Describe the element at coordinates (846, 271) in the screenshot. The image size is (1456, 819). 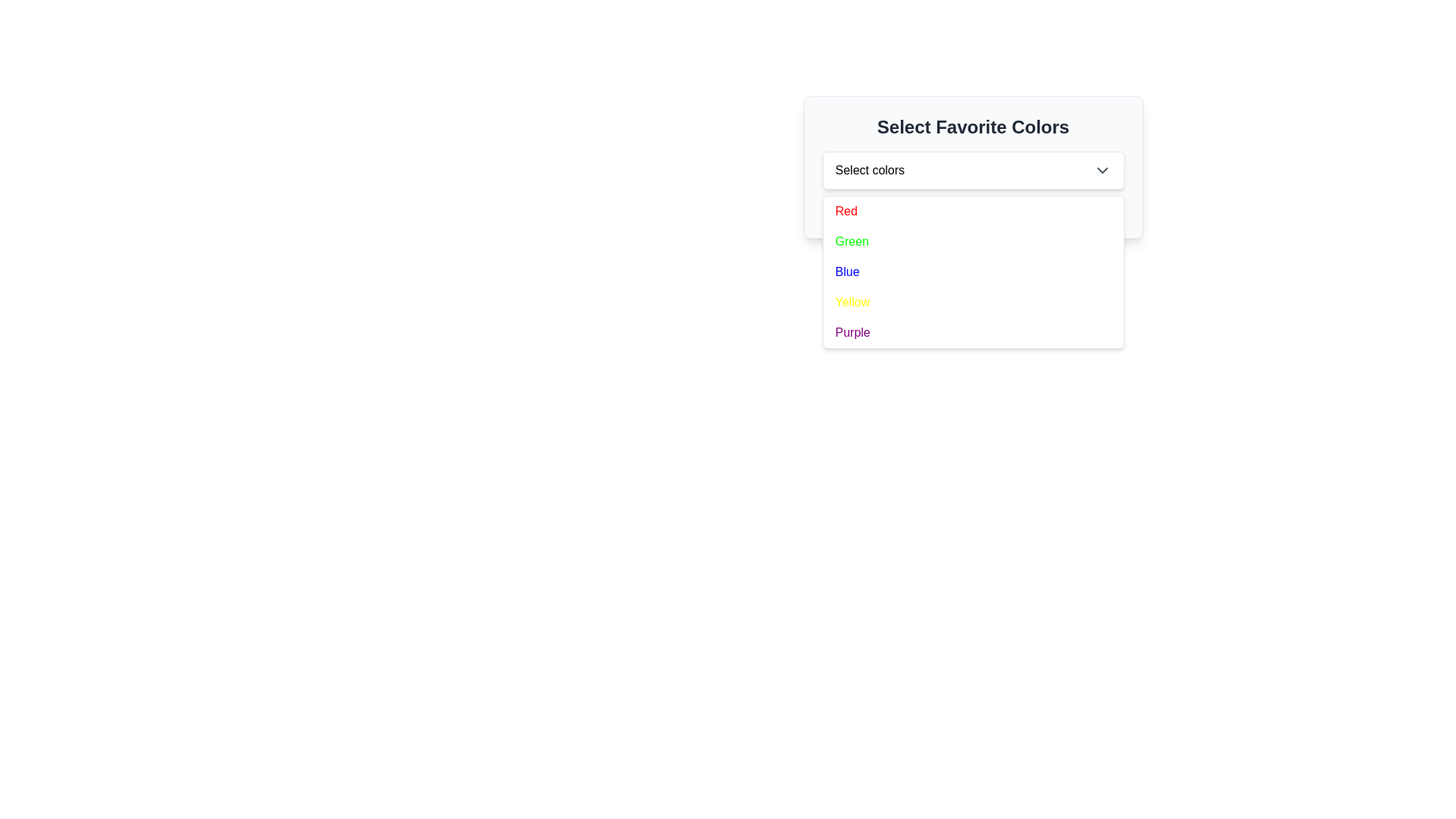
I see `the selectable list item displaying the word 'Blue' in blue color, which is the third item in the dropdown list of color options` at that location.